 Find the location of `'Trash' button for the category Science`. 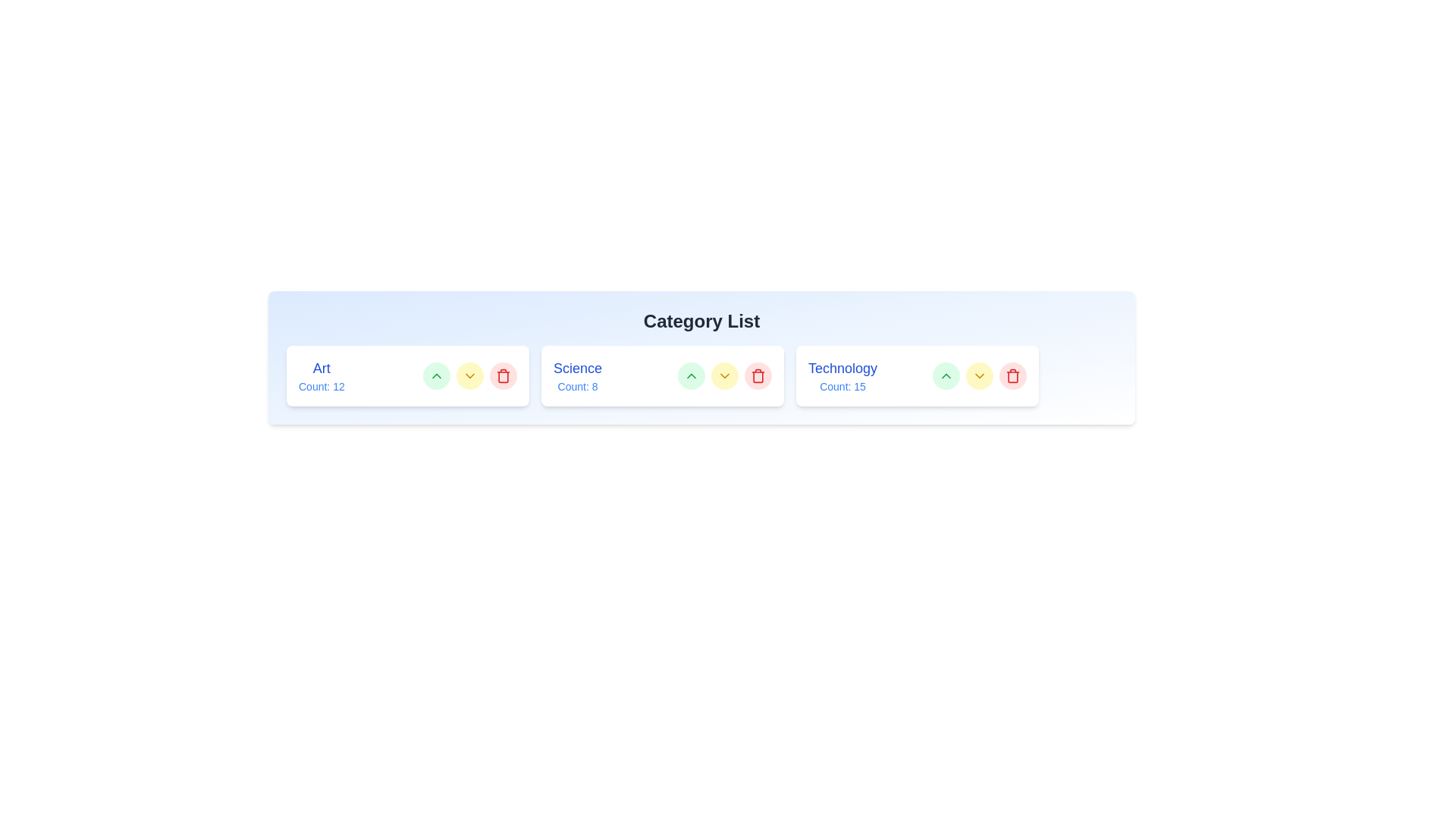

'Trash' button for the category Science is located at coordinates (758, 375).